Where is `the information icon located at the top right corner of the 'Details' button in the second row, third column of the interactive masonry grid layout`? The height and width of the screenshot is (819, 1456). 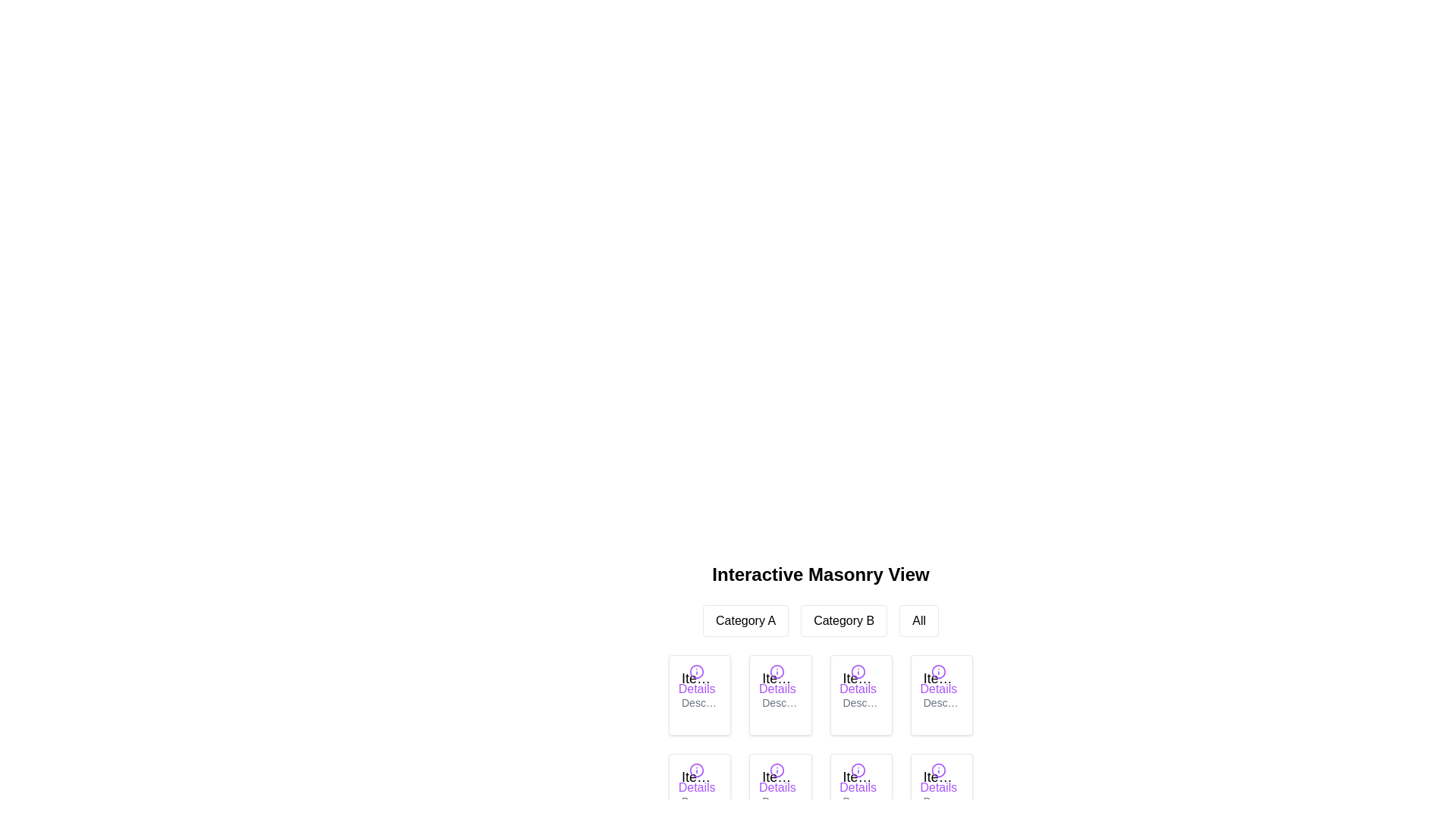
the information icon located at the top right corner of the 'Details' button in the second row, third column of the interactive masonry grid layout is located at coordinates (858, 770).